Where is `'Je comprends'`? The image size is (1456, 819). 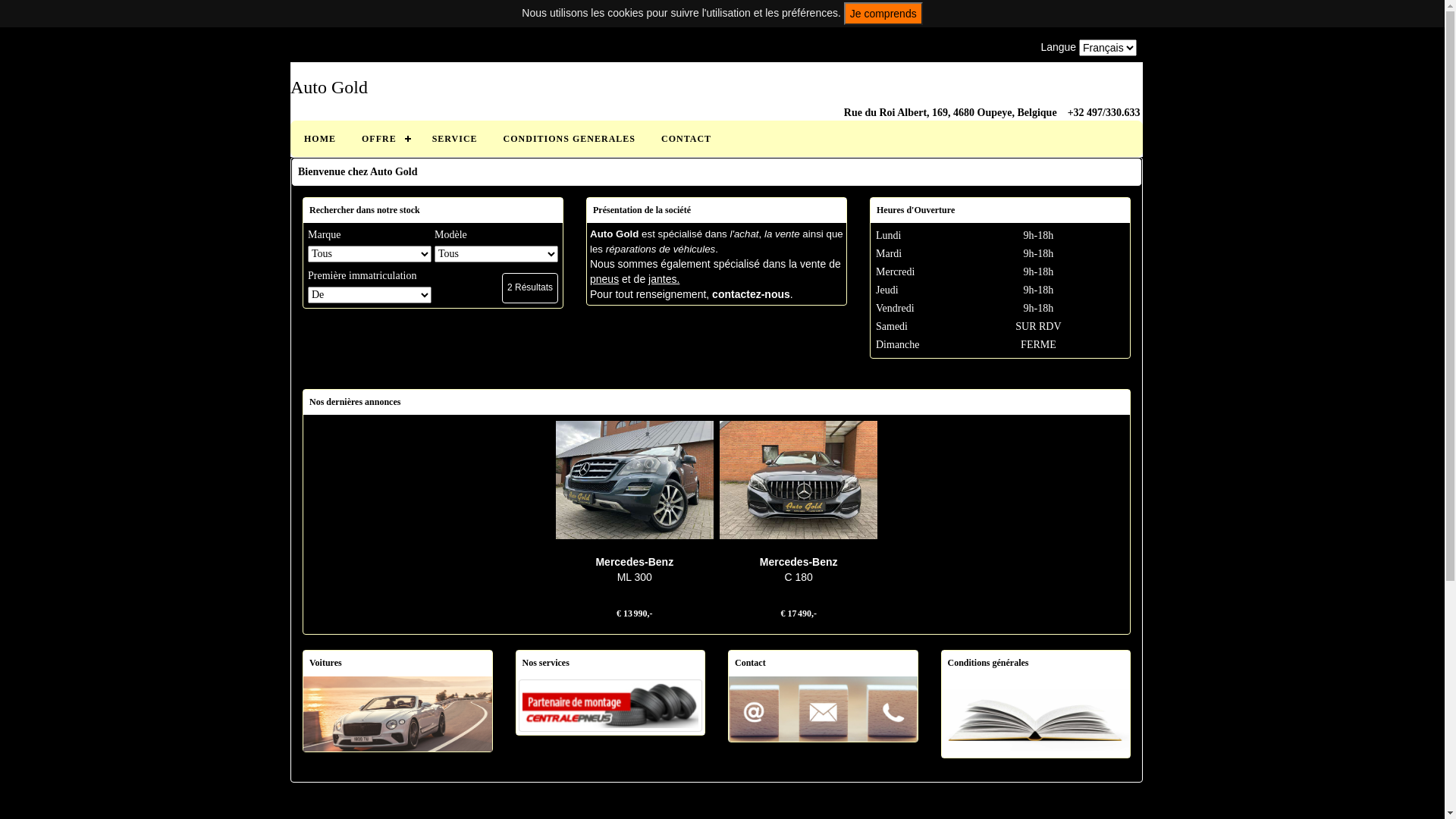 'Je comprends' is located at coordinates (843, 14).